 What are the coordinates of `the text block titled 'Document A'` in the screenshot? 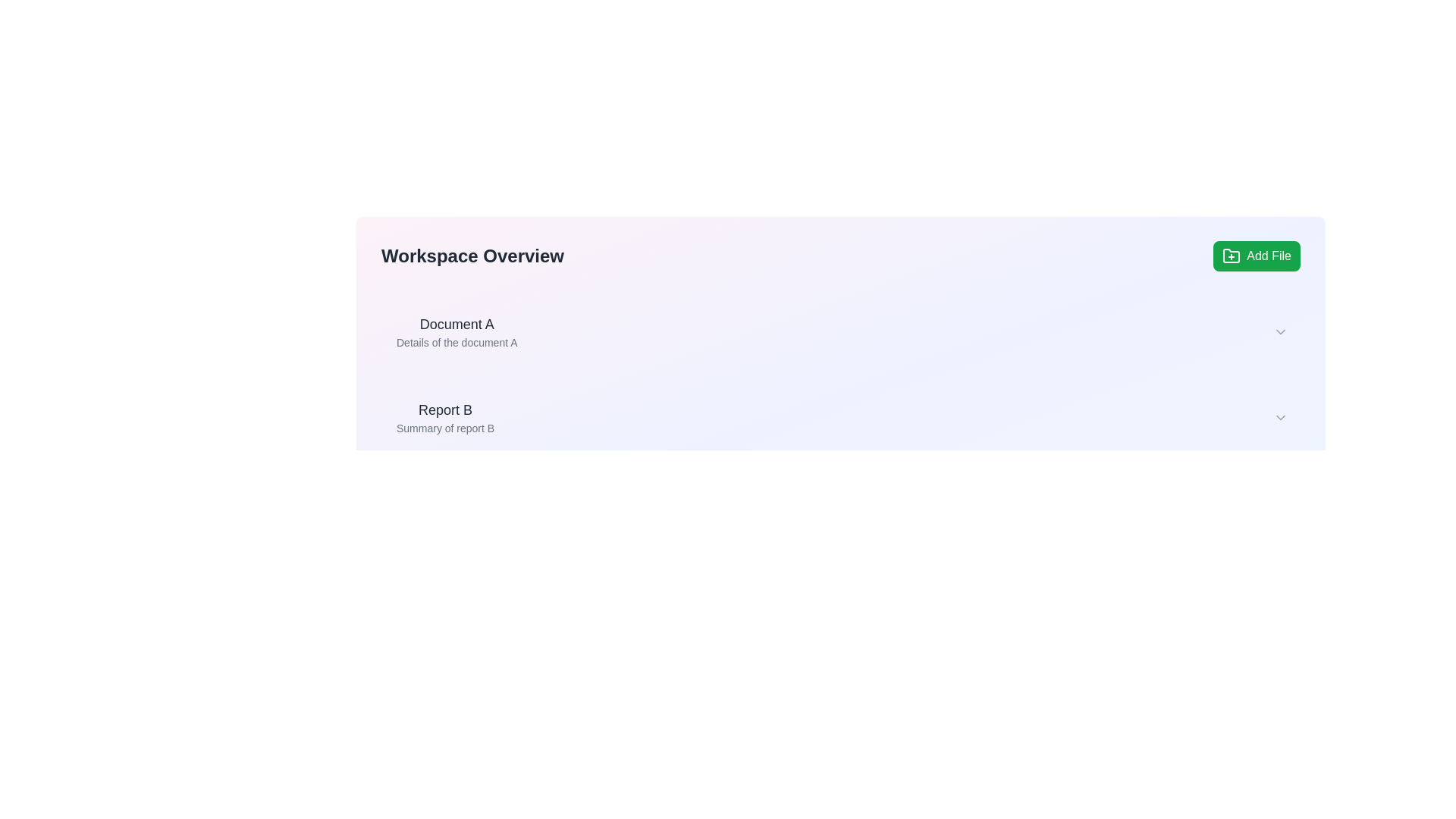 It's located at (456, 331).